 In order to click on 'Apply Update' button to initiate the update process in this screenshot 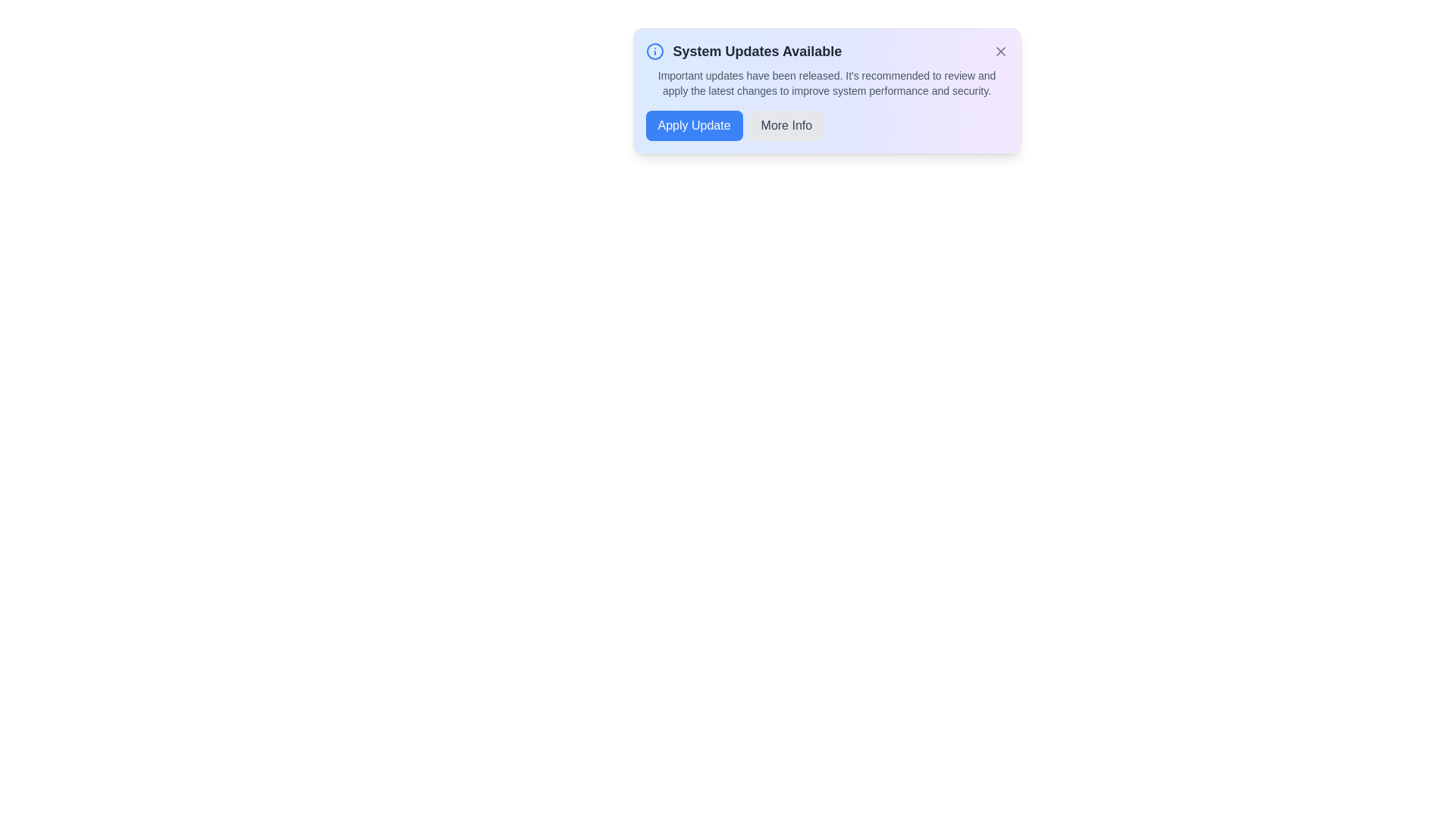, I will do `click(693, 124)`.